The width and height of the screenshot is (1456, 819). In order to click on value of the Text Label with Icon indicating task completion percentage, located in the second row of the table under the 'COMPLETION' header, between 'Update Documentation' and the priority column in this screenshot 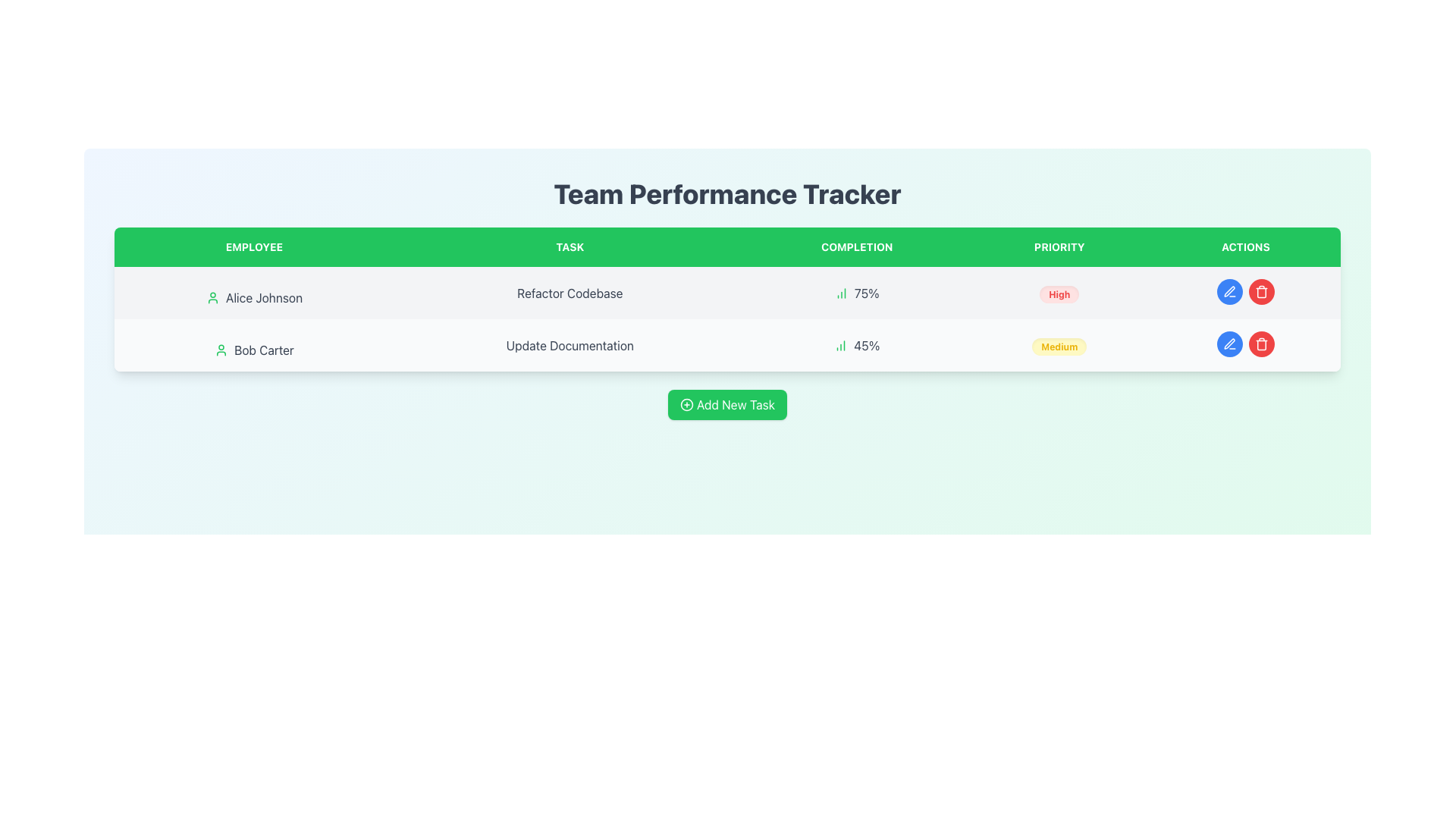, I will do `click(857, 345)`.